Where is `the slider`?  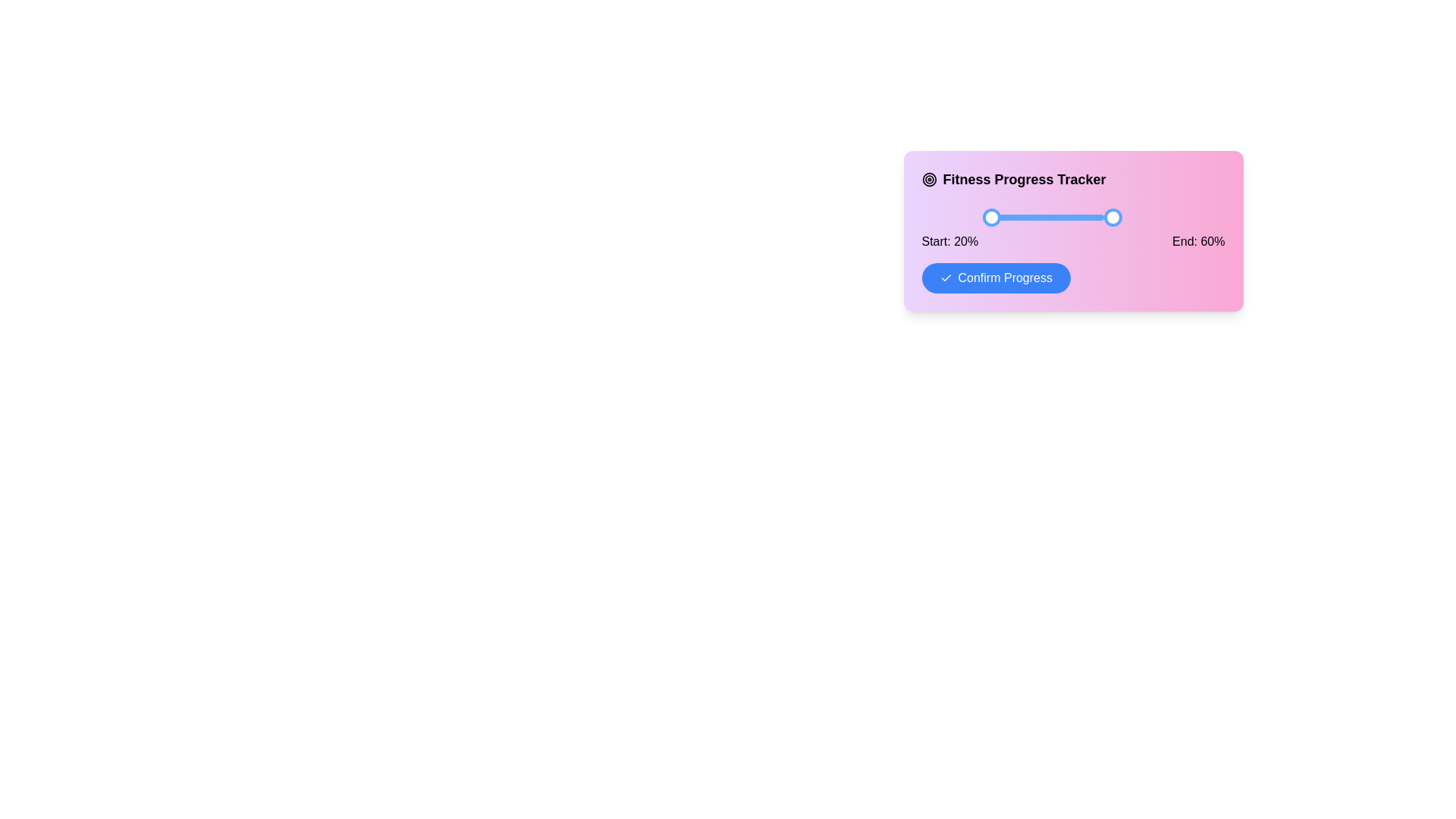
the slider is located at coordinates (1061, 217).